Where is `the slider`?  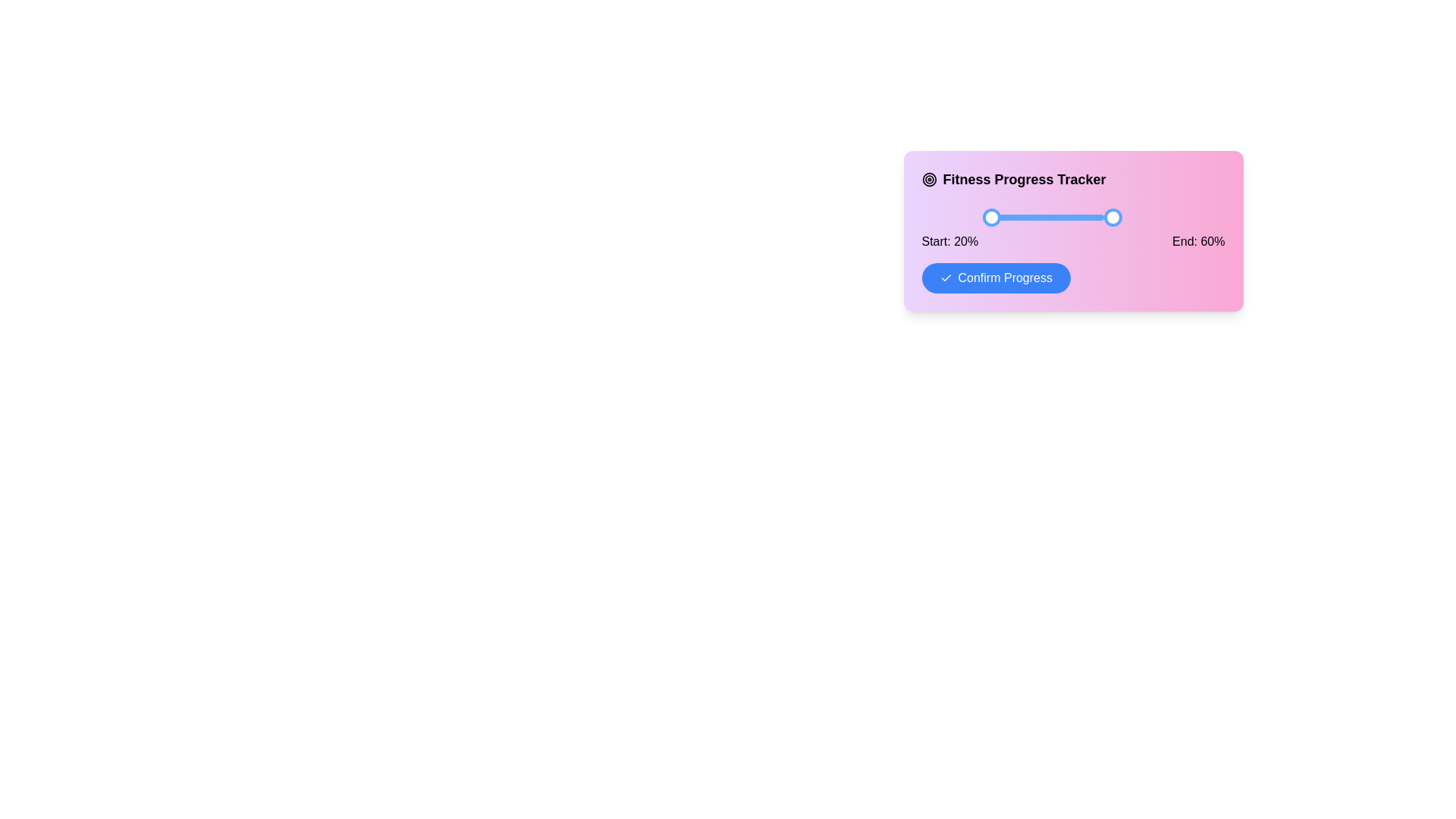
the slider is located at coordinates (1061, 217).